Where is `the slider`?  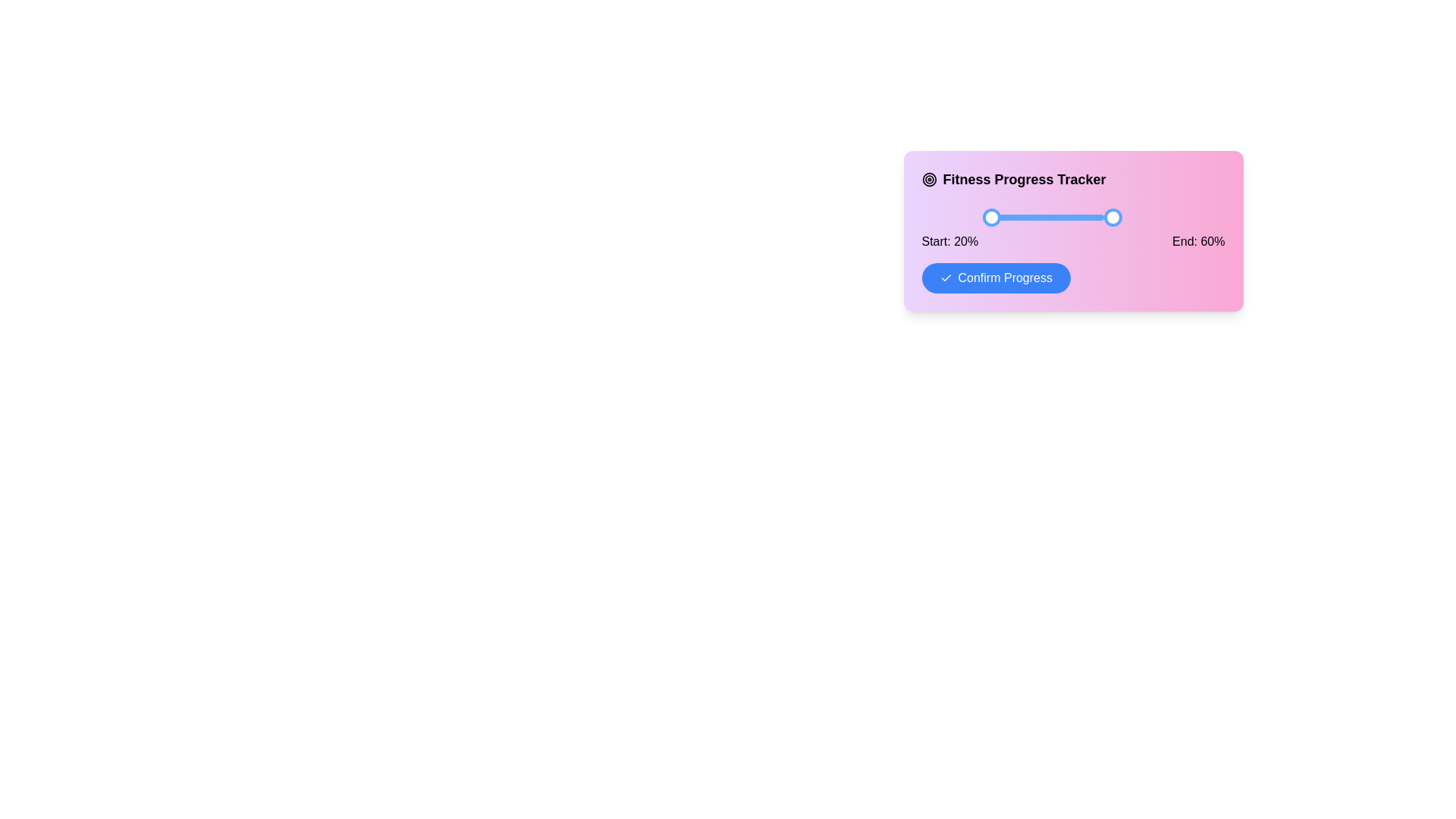
the slider is located at coordinates (1061, 217).